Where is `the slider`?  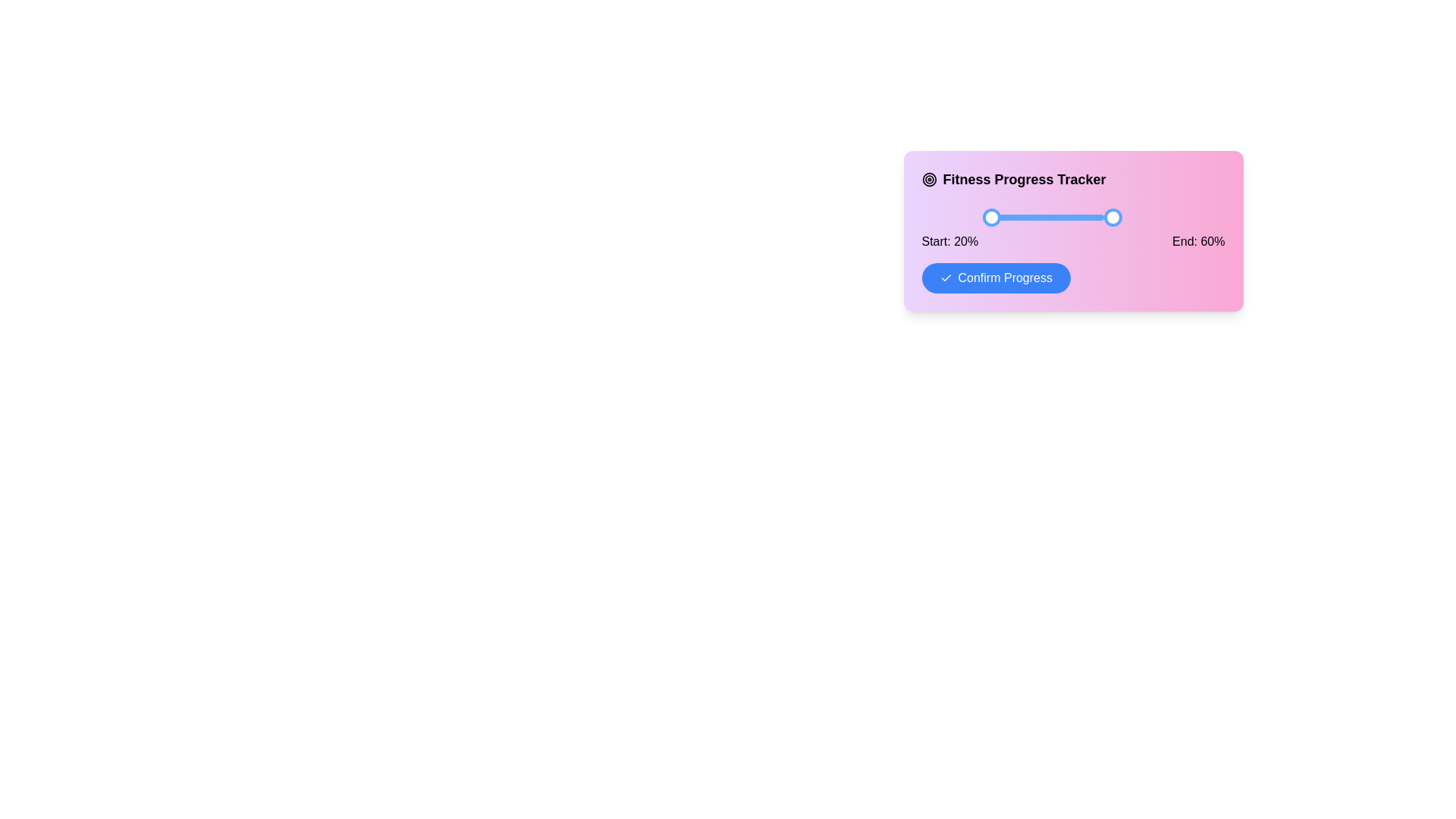
the slider is located at coordinates (1061, 217).